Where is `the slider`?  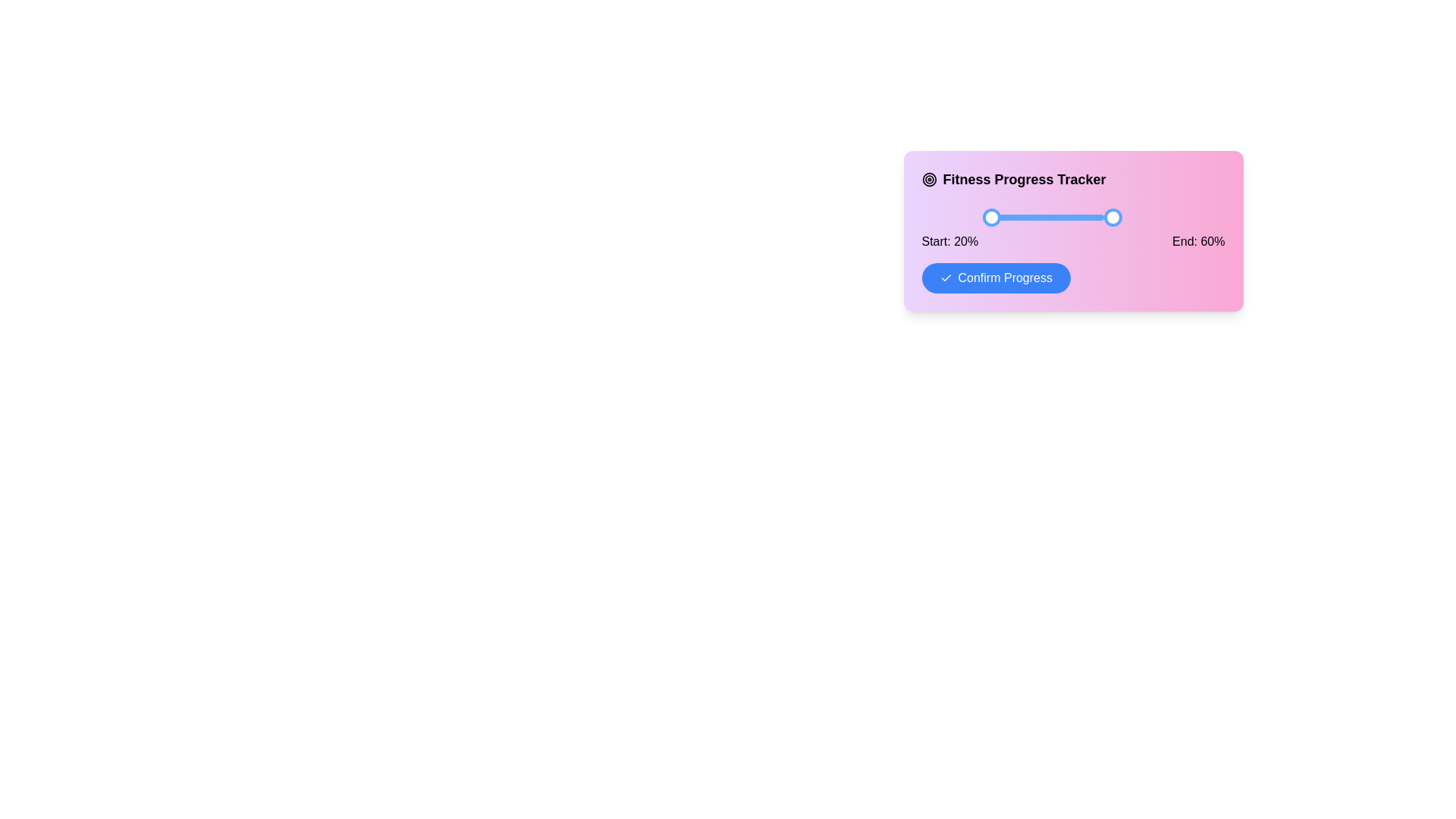
the slider is located at coordinates (1061, 217).